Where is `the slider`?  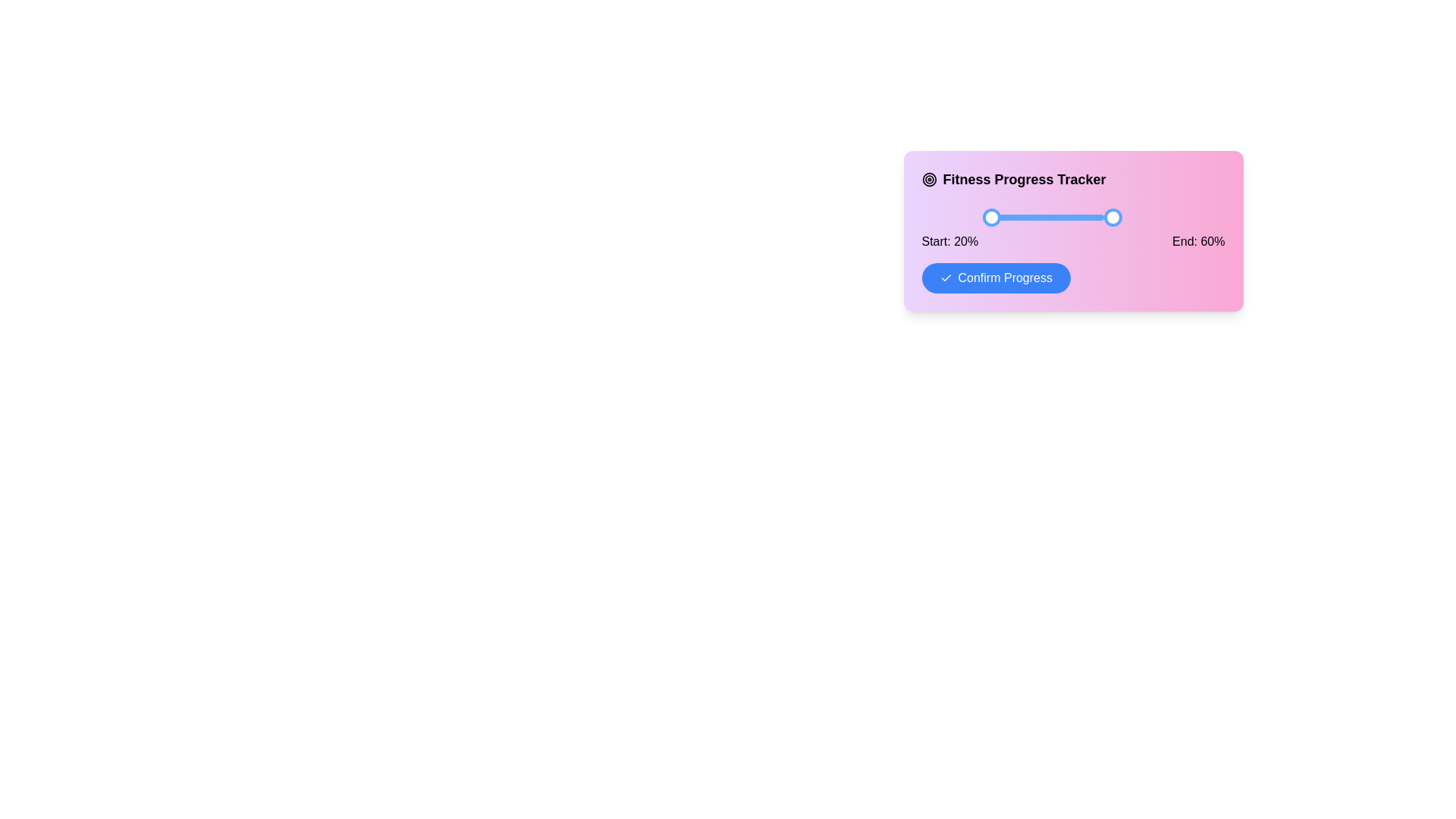
the slider is located at coordinates (1061, 217).